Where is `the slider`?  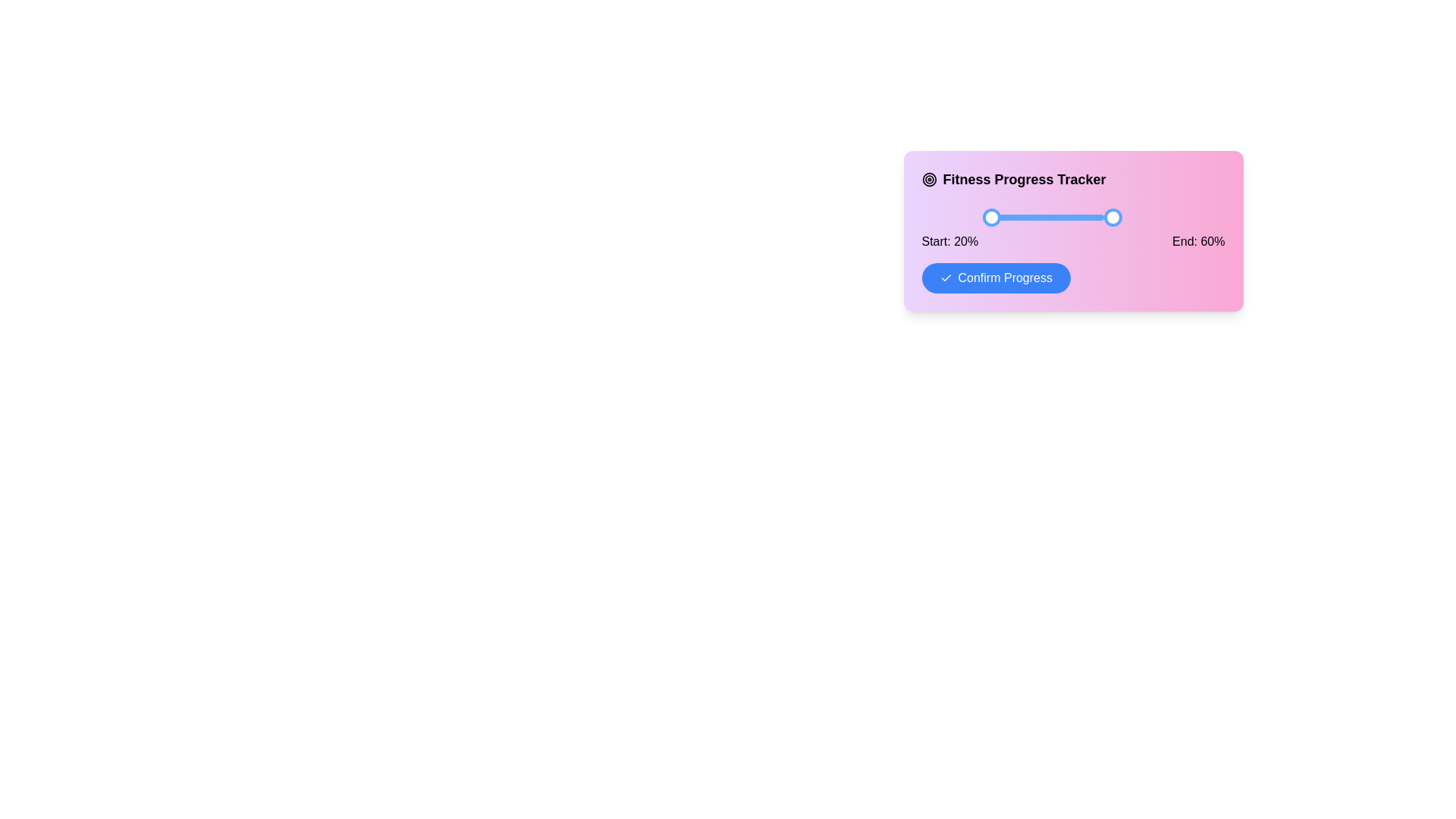
the slider is located at coordinates (1061, 217).